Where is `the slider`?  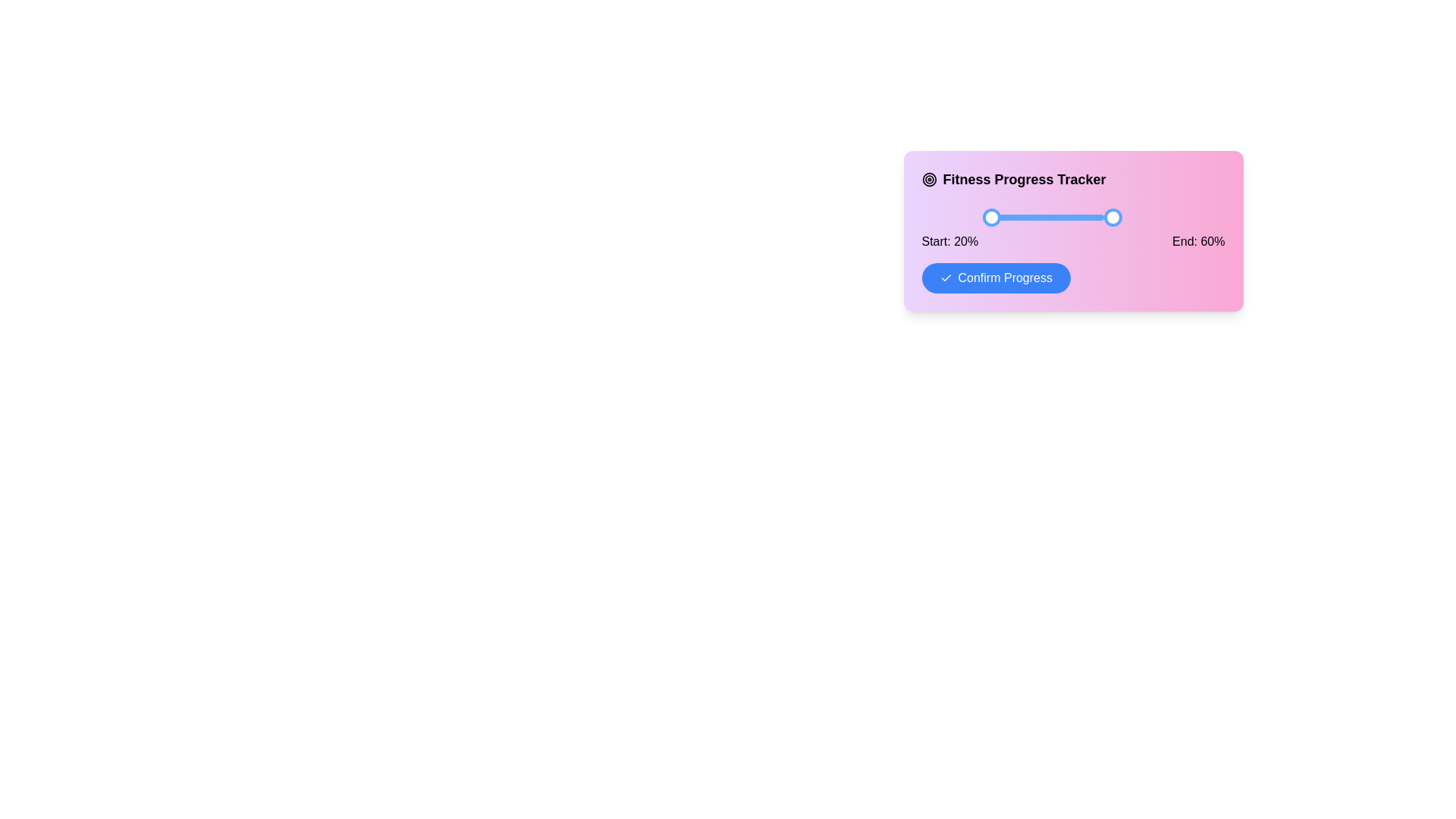
the slider is located at coordinates (1061, 217).